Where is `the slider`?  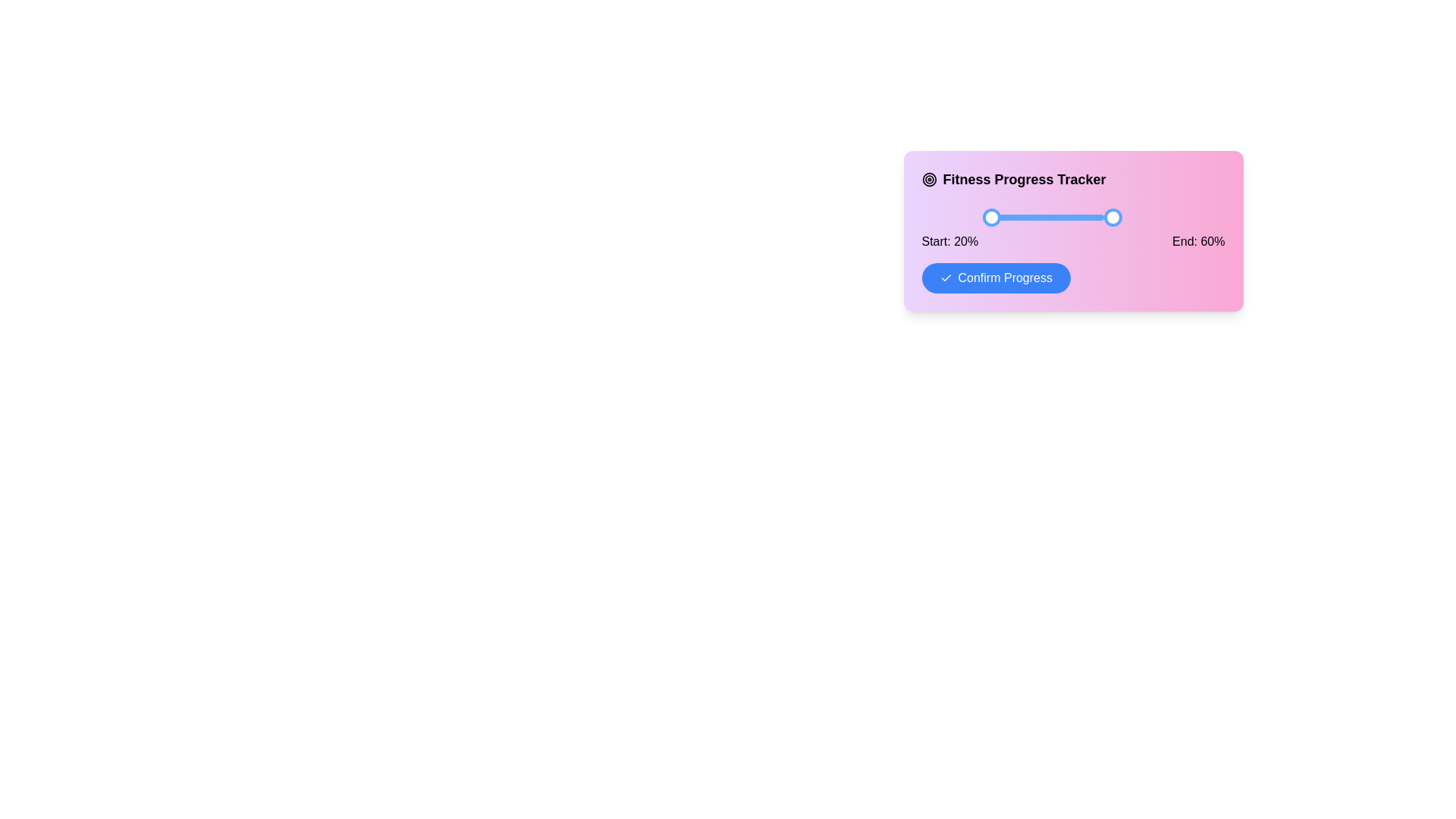
the slider is located at coordinates (1061, 217).